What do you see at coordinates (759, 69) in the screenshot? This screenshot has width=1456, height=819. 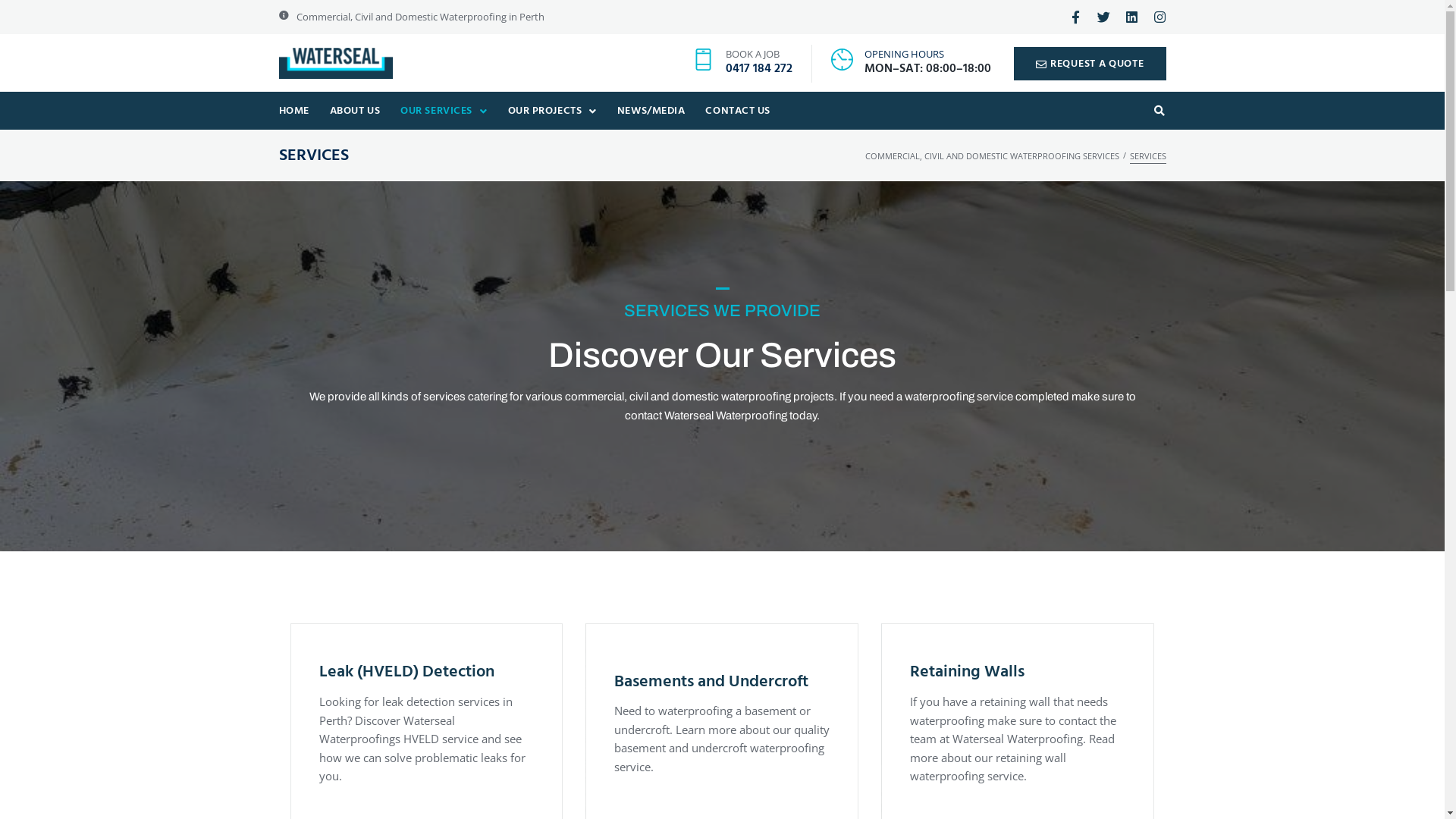 I see `'0417 184 272'` at bounding box center [759, 69].